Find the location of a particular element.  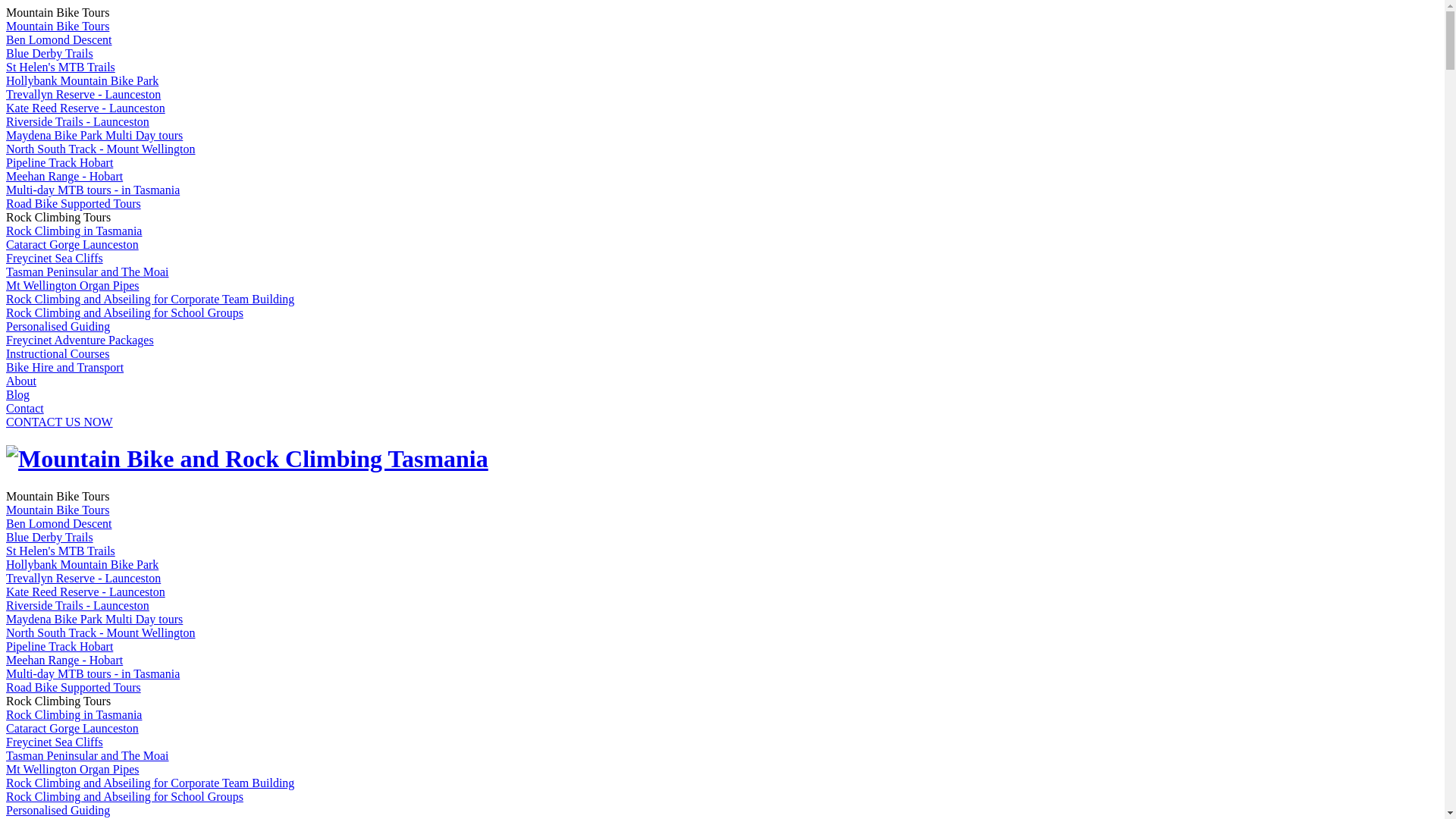

'Hollybank Mountain Bike Park' is located at coordinates (81, 564).